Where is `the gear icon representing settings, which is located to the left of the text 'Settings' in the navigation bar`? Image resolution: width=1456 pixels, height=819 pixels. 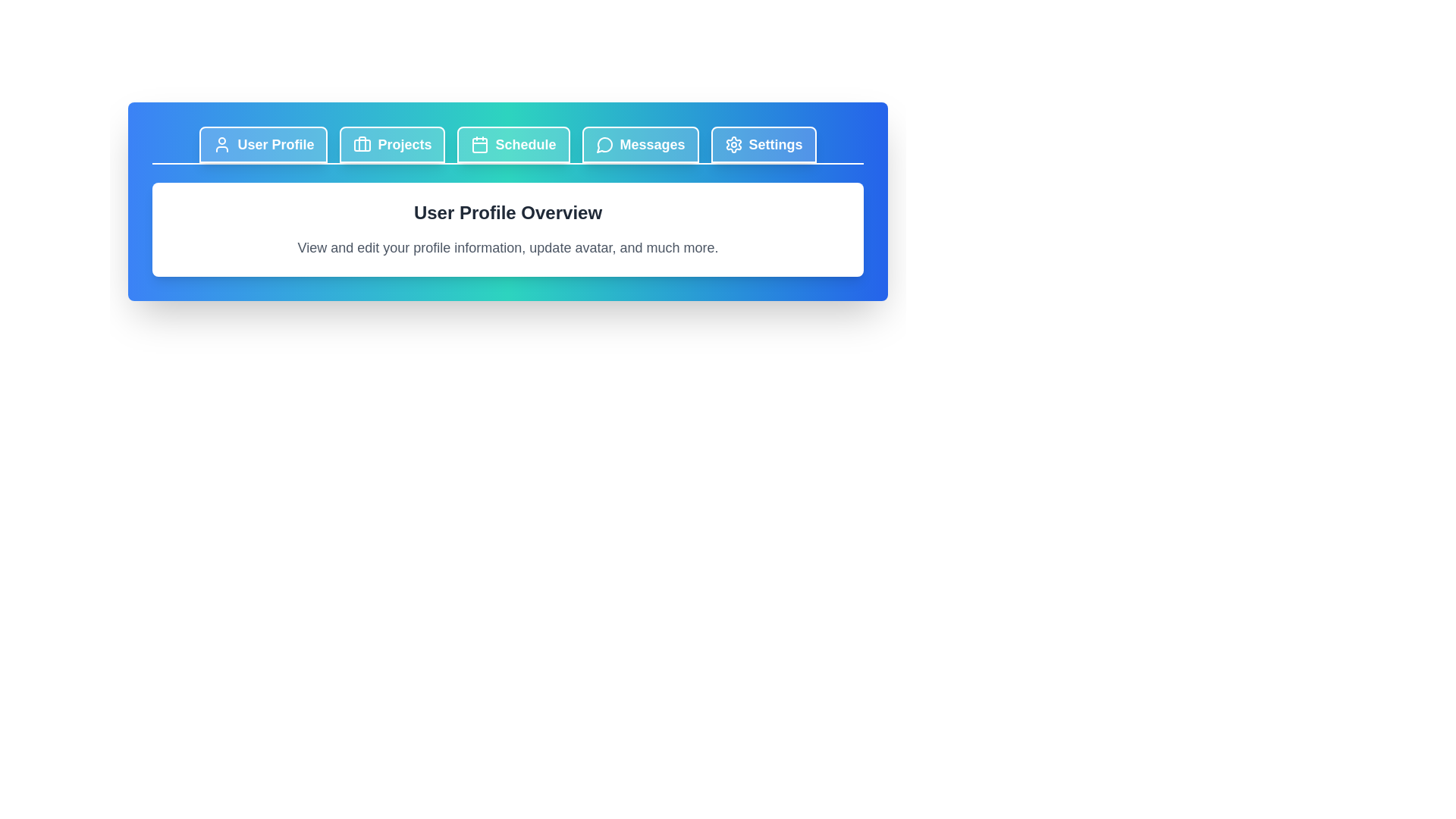
the gear icon representing settings, which is located to the left of the text 'Settings' in the navigation bar is located at coordinates (733, 145).